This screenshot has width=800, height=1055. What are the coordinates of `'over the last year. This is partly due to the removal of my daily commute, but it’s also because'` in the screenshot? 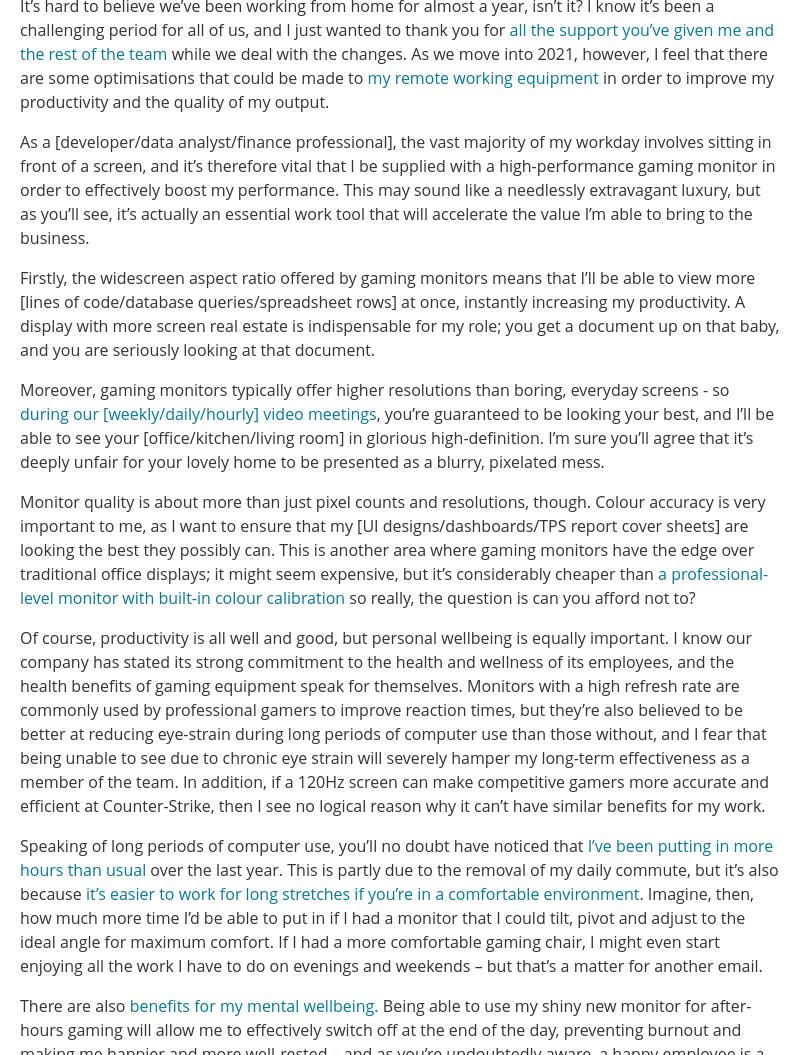 It's located at (398, 880).